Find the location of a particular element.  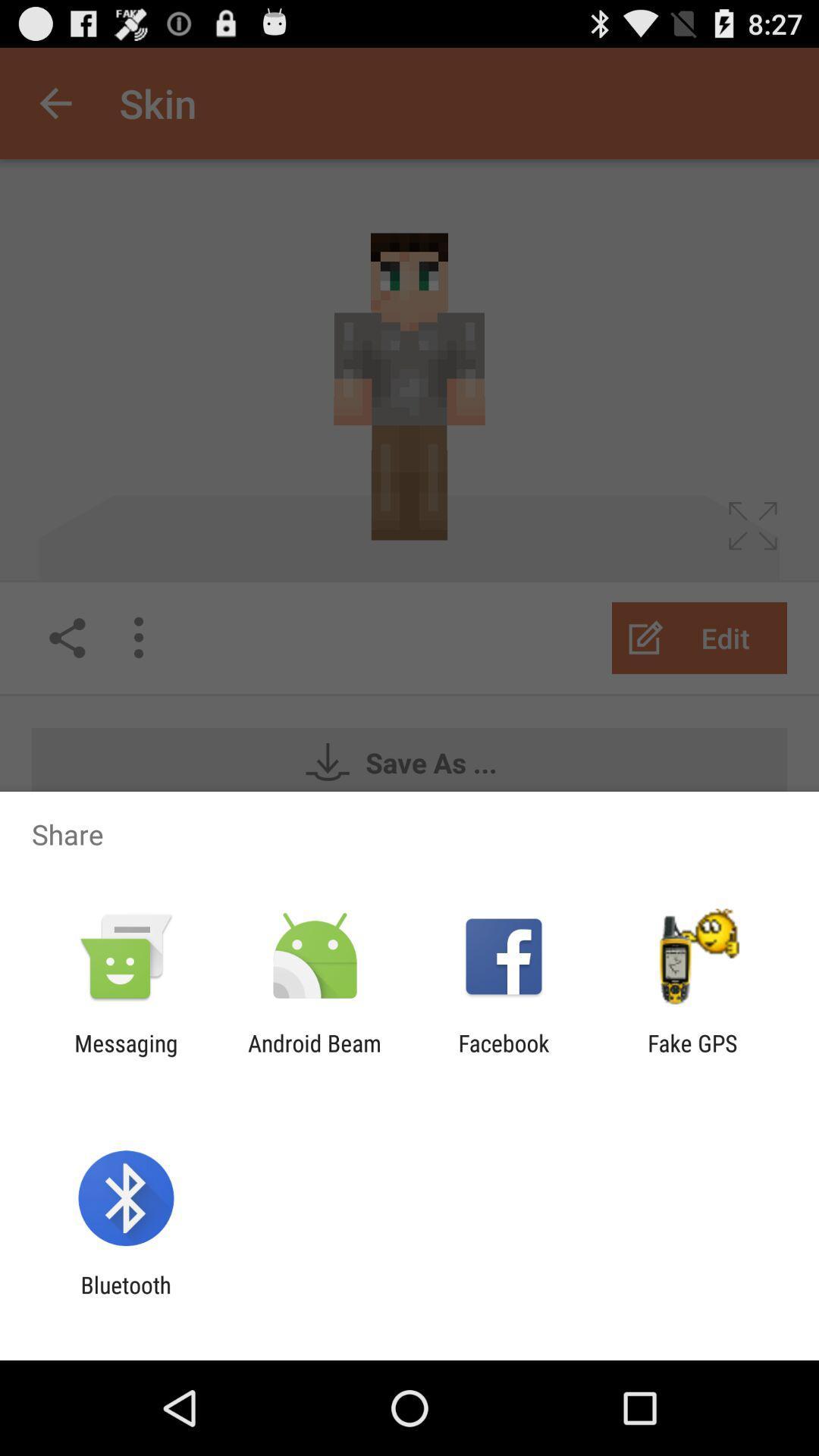

the item to the right of android beam icon is located at coordinates (504, 1056).